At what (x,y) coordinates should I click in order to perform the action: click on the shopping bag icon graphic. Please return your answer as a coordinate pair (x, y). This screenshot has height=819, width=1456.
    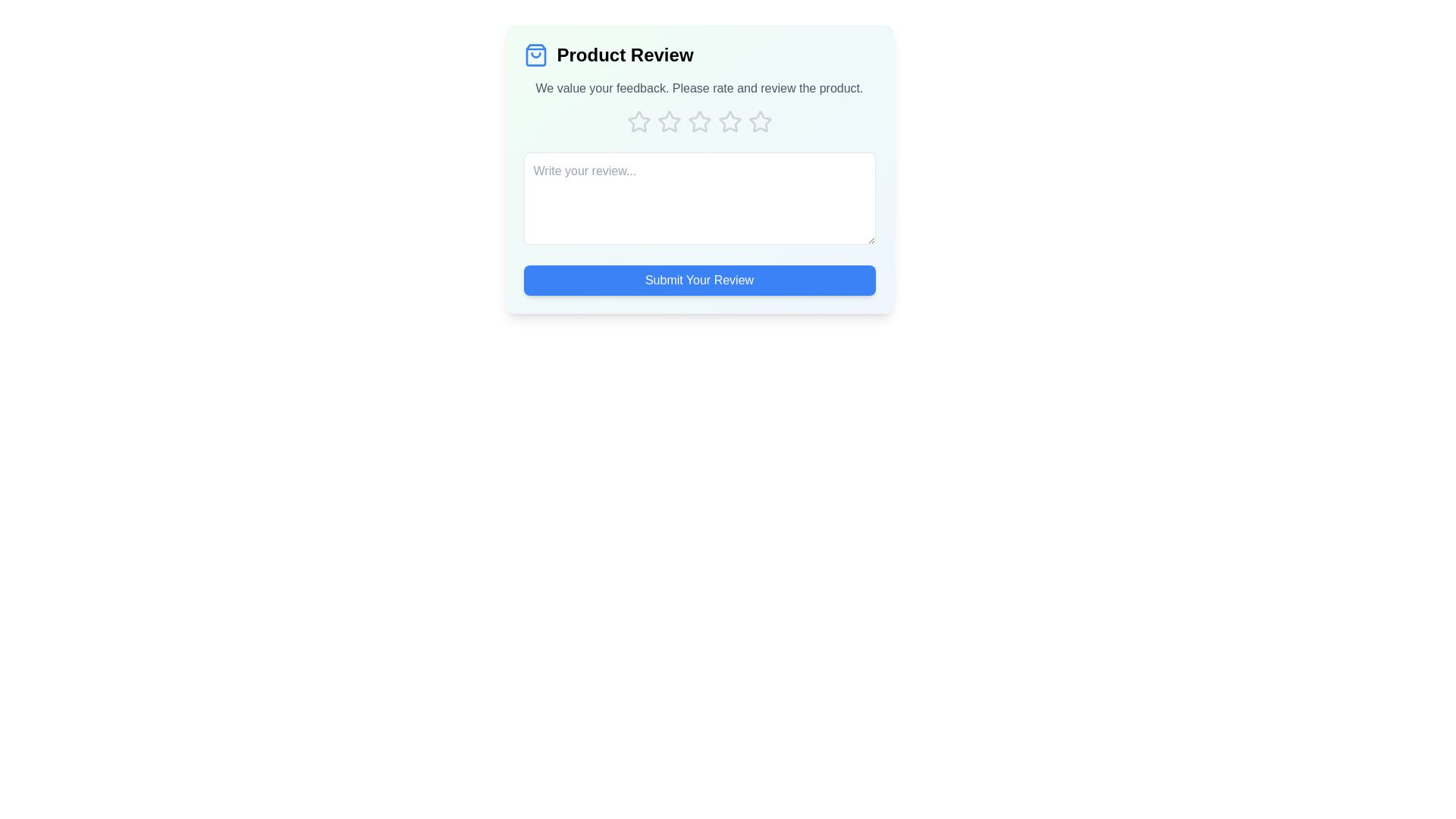
    Looking at the image, I should click on (535, 55).